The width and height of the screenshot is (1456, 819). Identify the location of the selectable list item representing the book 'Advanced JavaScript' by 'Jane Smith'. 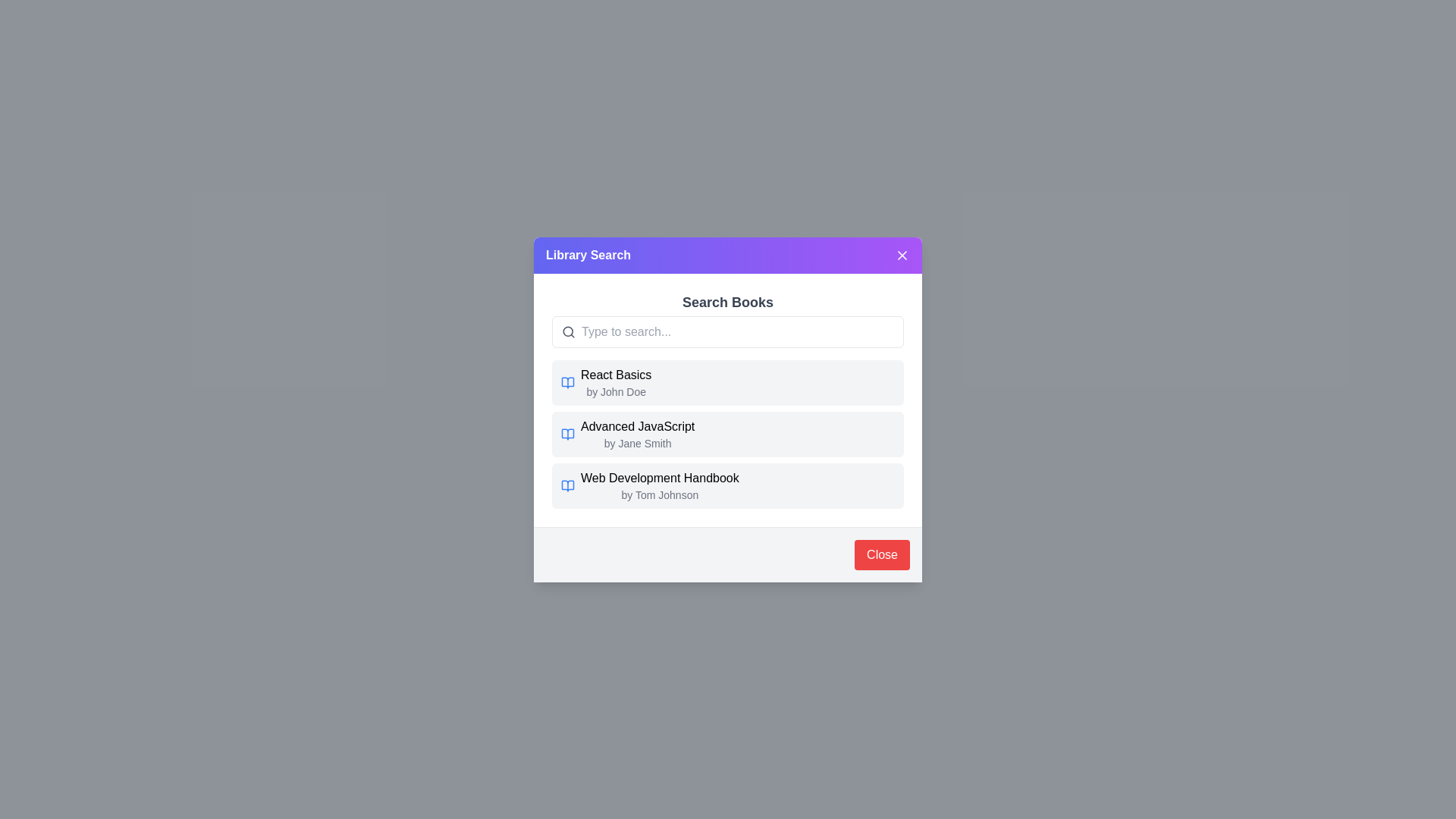
(728, 434).